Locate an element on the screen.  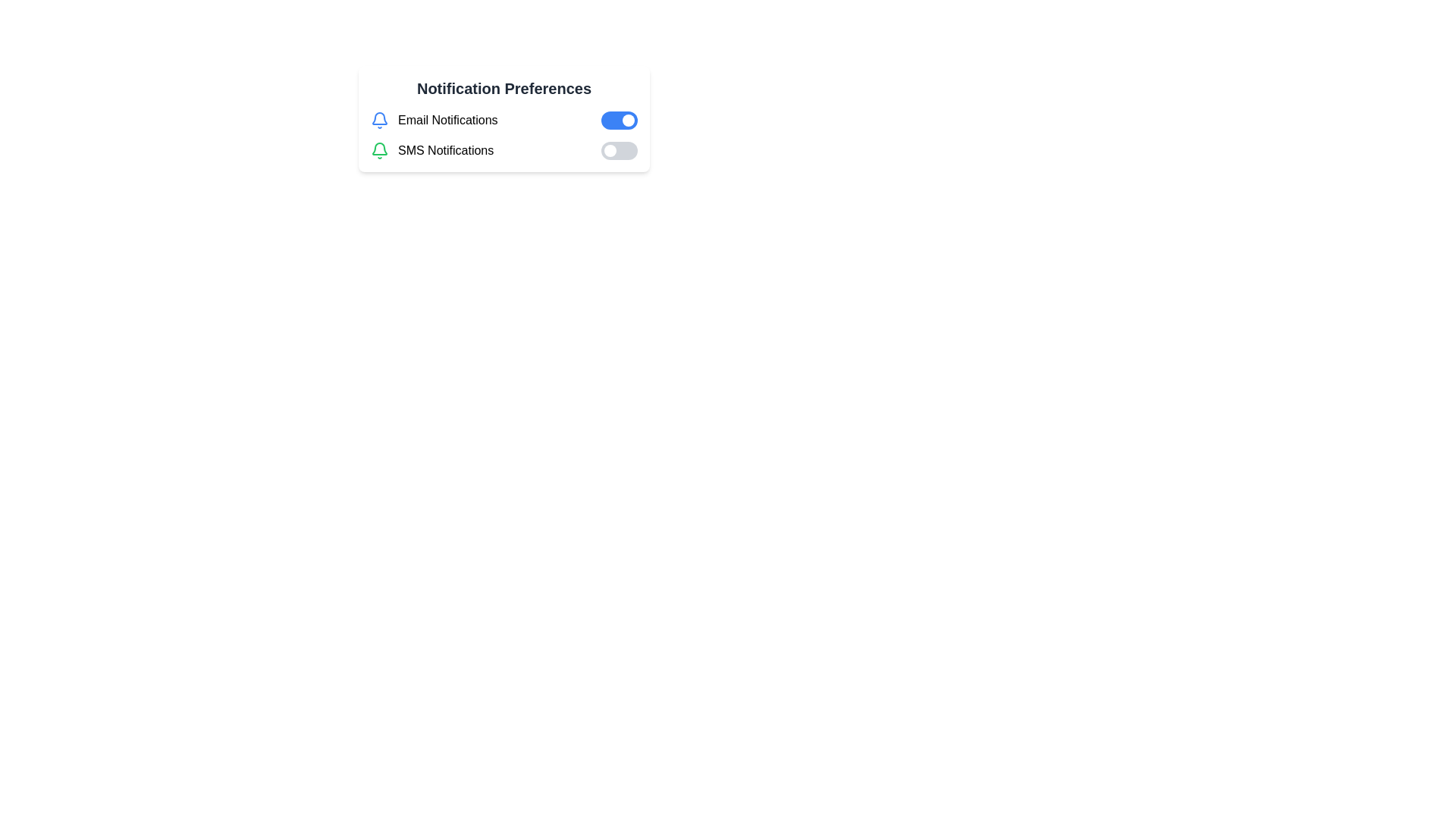
the toggle indicator for the 'Email Notifications' option, which is a small rounded circle within a blue sliding toggle track is located at coordinates (629, 119).